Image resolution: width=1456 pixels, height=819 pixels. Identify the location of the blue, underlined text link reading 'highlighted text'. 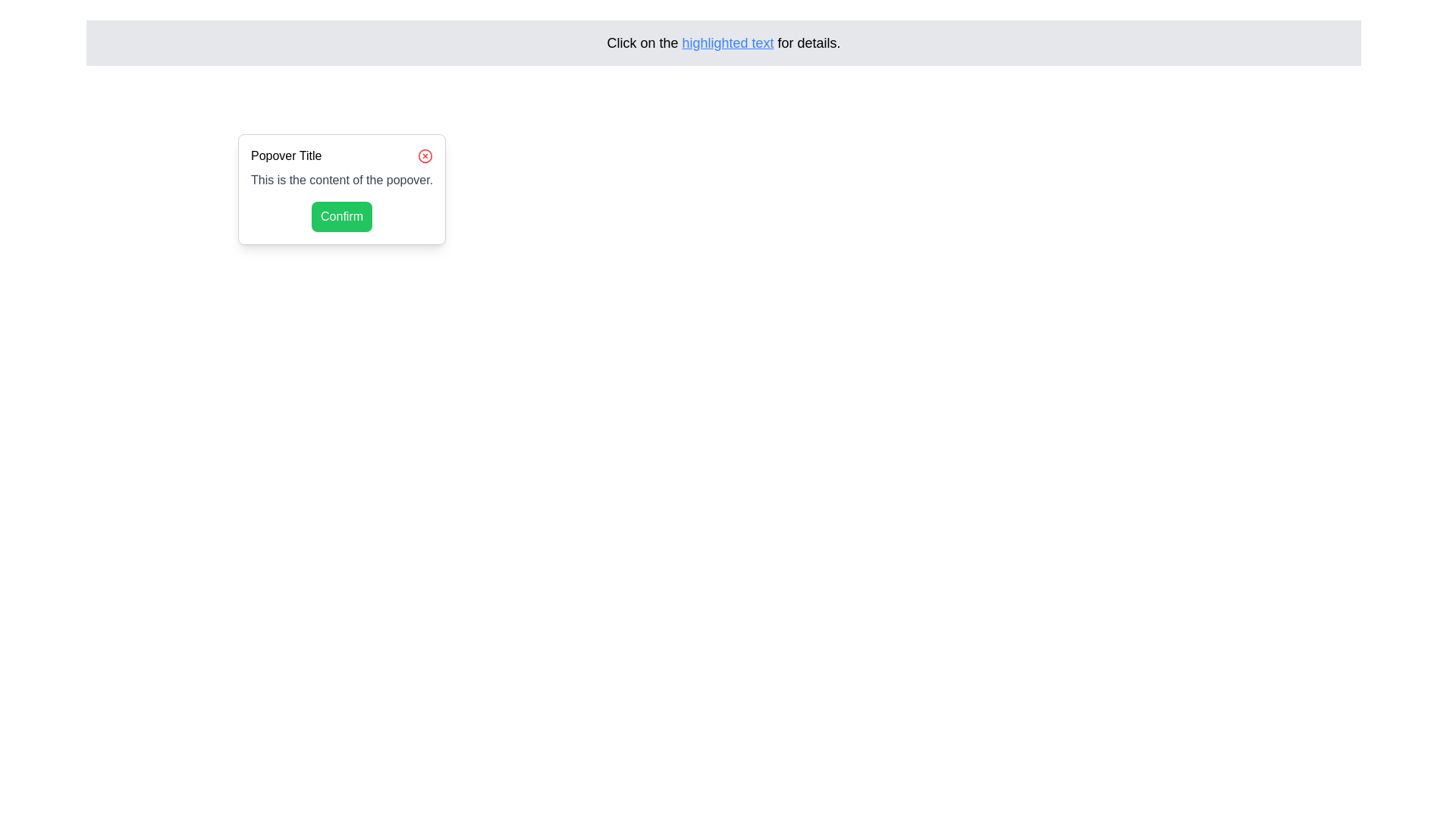
(728, 42).